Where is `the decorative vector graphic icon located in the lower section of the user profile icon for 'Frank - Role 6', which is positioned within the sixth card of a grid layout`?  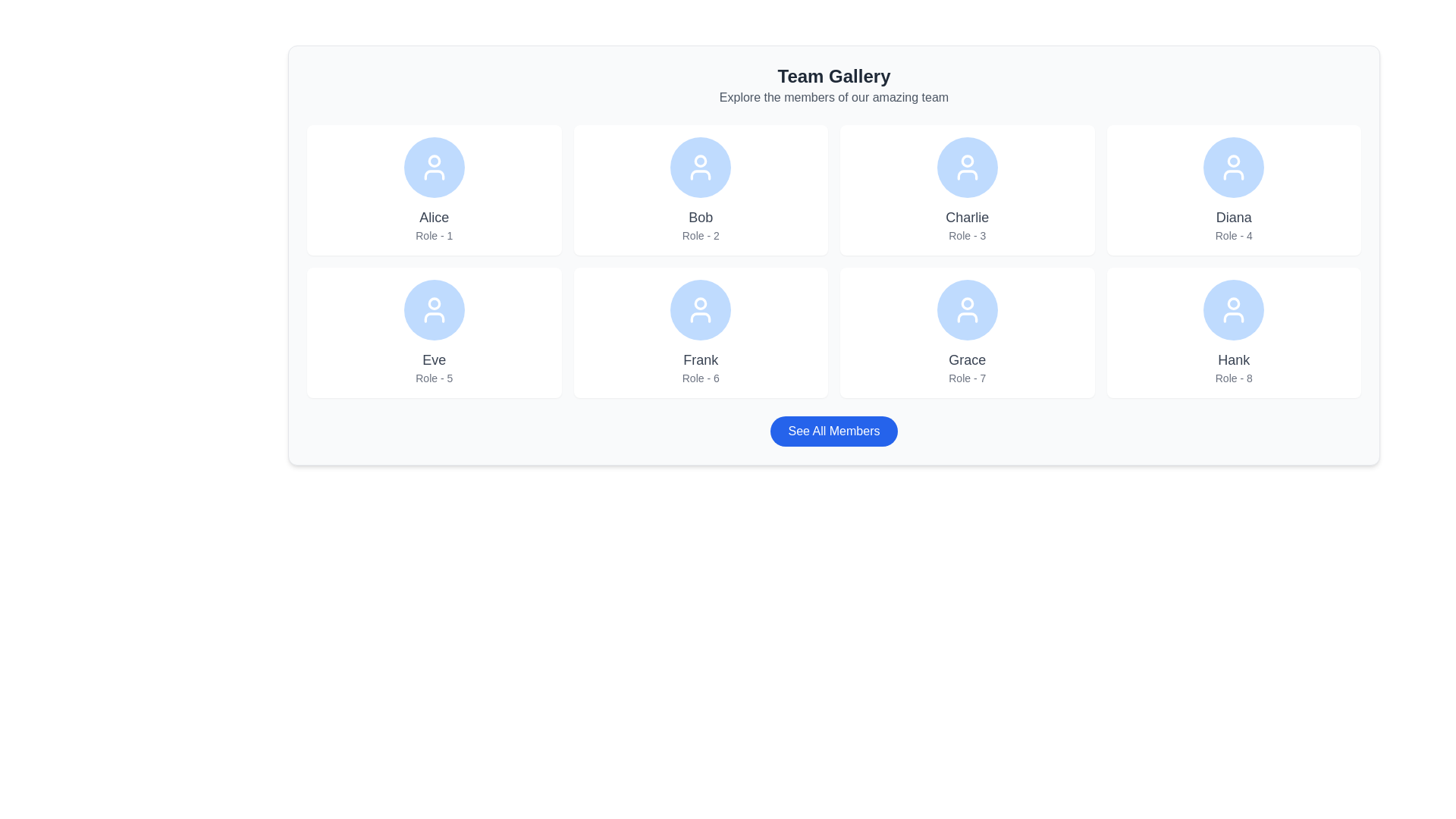
the decorative vector graphic icon located in the lower section of the user profile icon for 'Frank - Role 6', which is positioned within the sixth card of a grid layout is located at coordinates (700, 317).